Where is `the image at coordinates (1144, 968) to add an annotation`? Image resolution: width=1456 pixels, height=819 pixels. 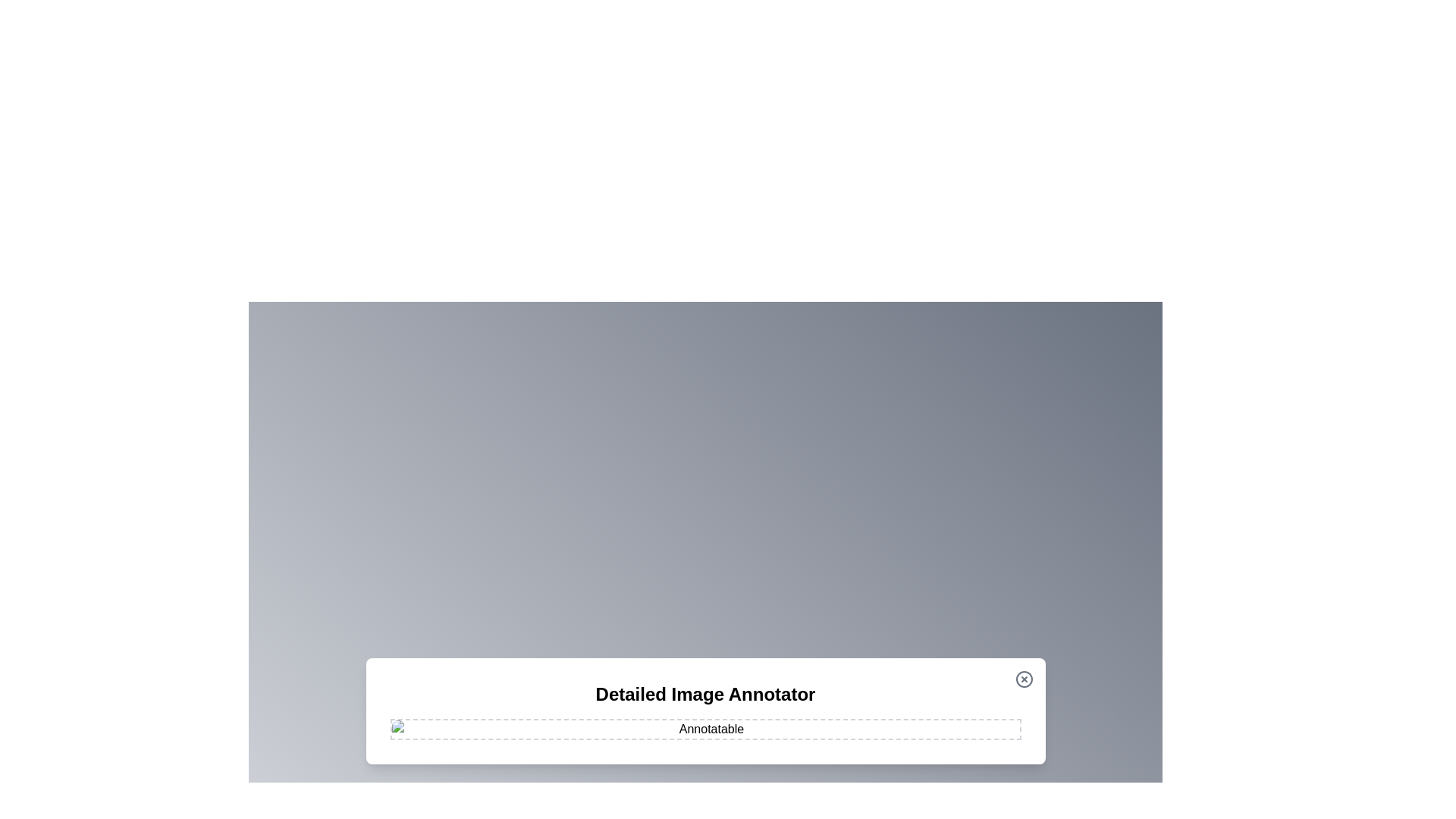 the image at coordinates (1144, 968) to add an annotation is located at coordinates (867, 733).